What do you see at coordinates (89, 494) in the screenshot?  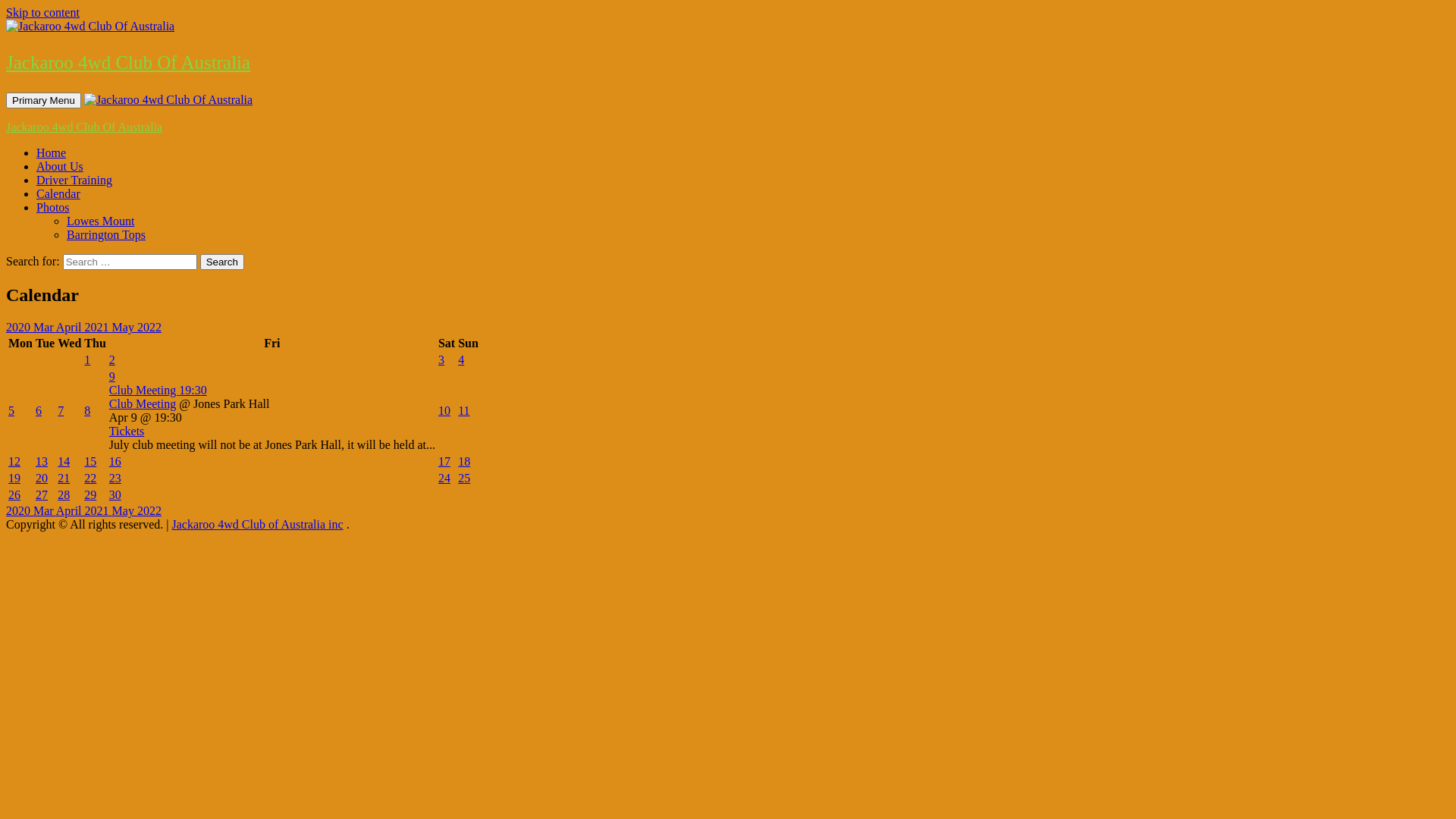 I see `'29'` at bounding box center [89, 494].